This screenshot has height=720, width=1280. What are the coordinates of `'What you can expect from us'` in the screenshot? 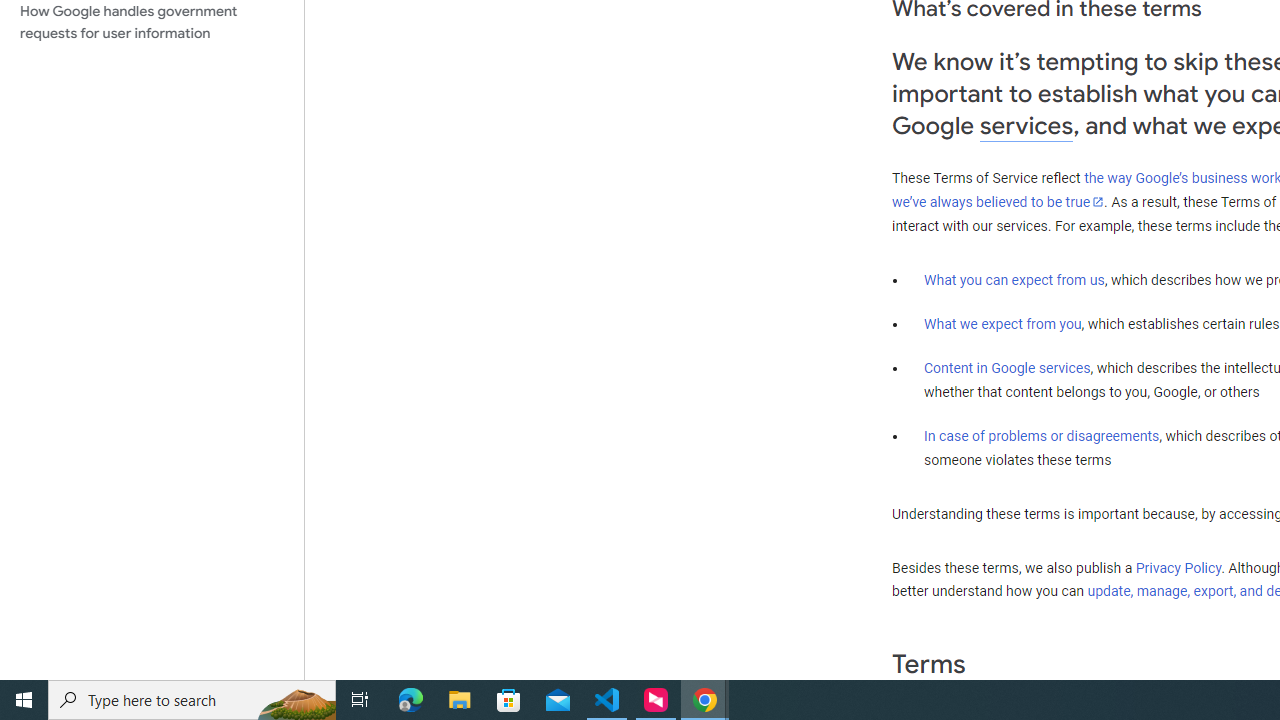 It's located at (1014, 279).